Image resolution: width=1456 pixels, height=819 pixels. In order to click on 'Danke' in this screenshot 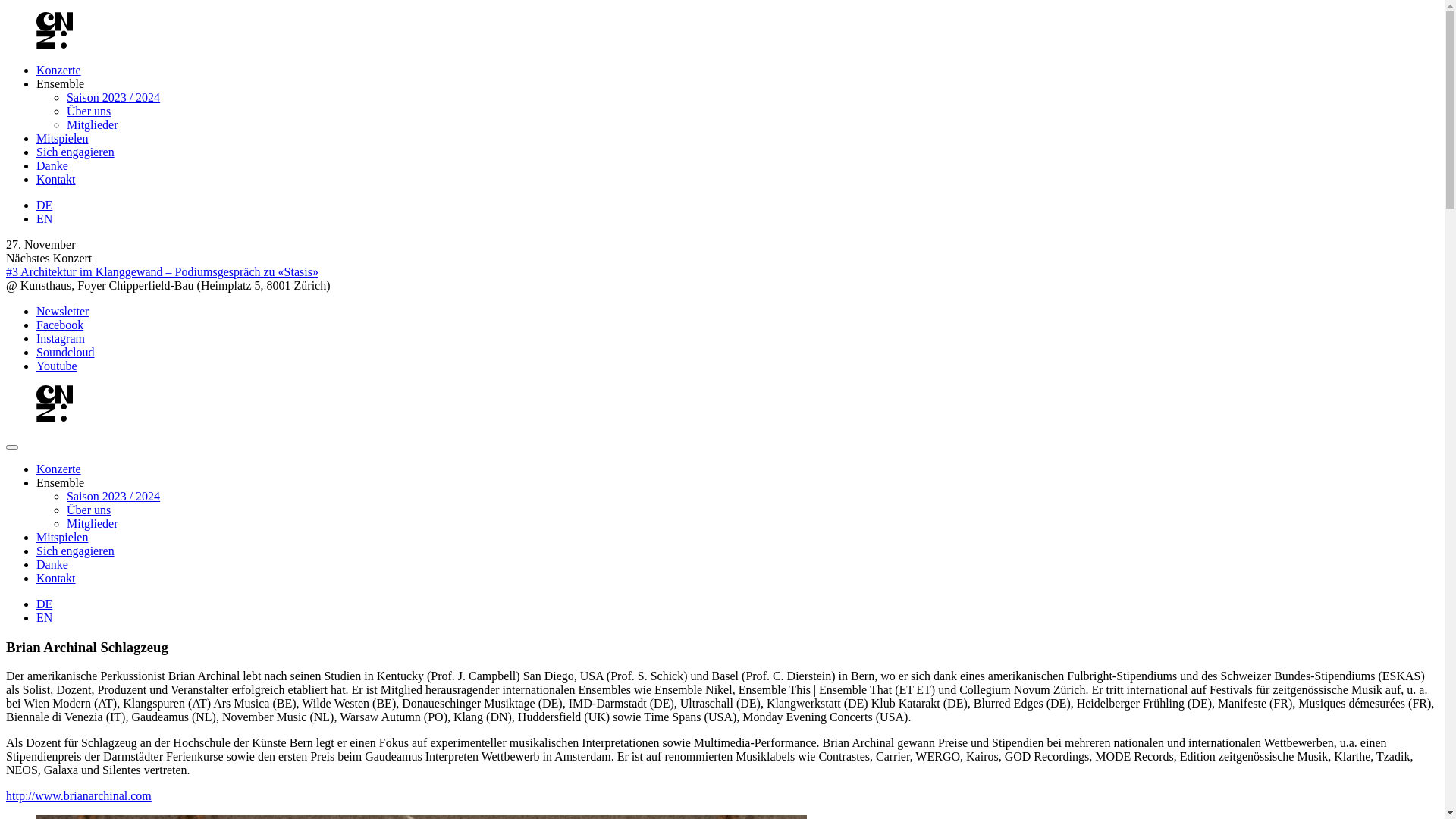, I will do `click(52, 564)`.